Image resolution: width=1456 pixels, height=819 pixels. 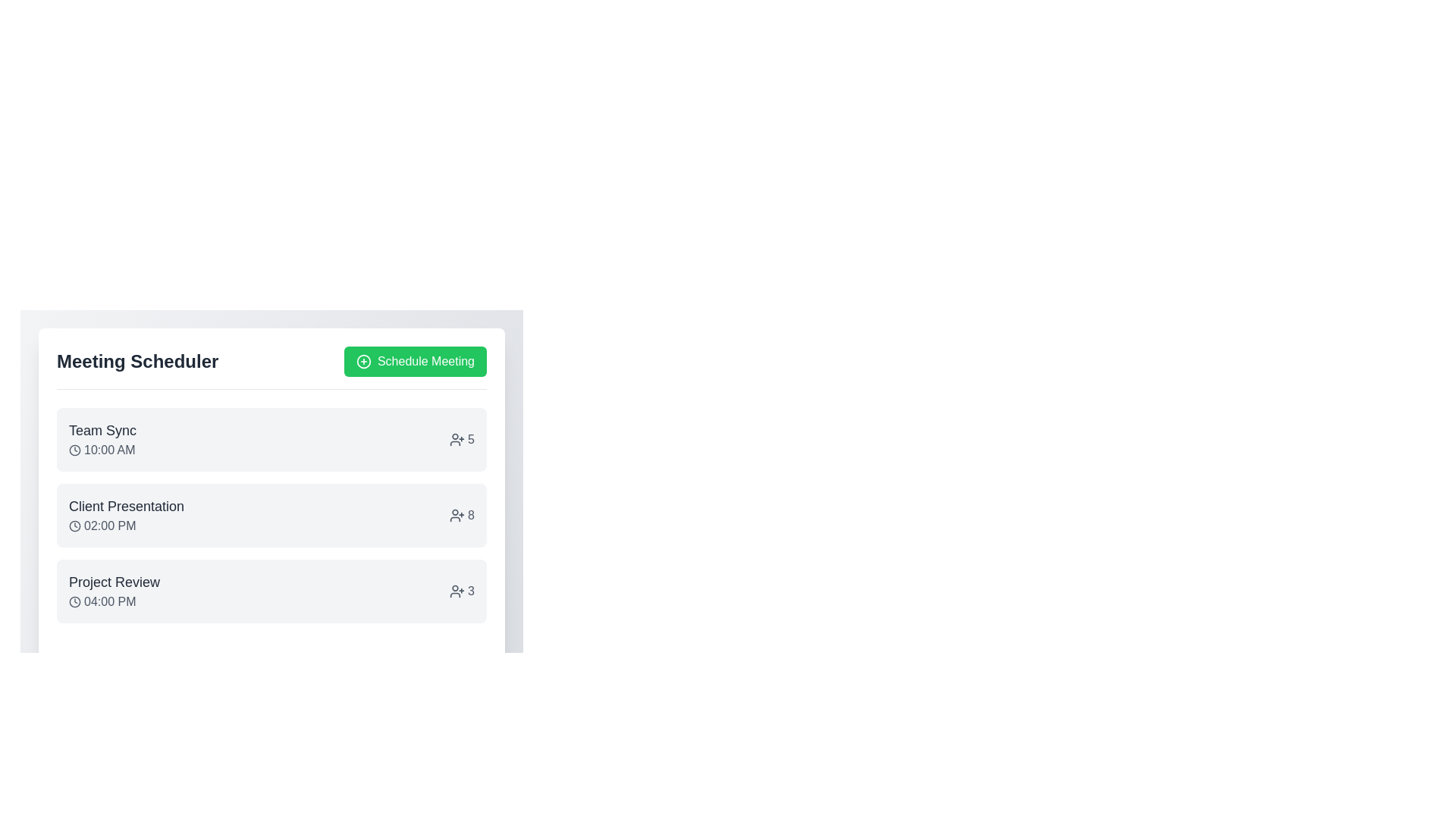 What do you see at coordinates (461, 590) in the screenshot?
I see `the text '3' associated with the user addition icon located in the 'Project Review' section to perform related actions` at bounding box center [461, 590].